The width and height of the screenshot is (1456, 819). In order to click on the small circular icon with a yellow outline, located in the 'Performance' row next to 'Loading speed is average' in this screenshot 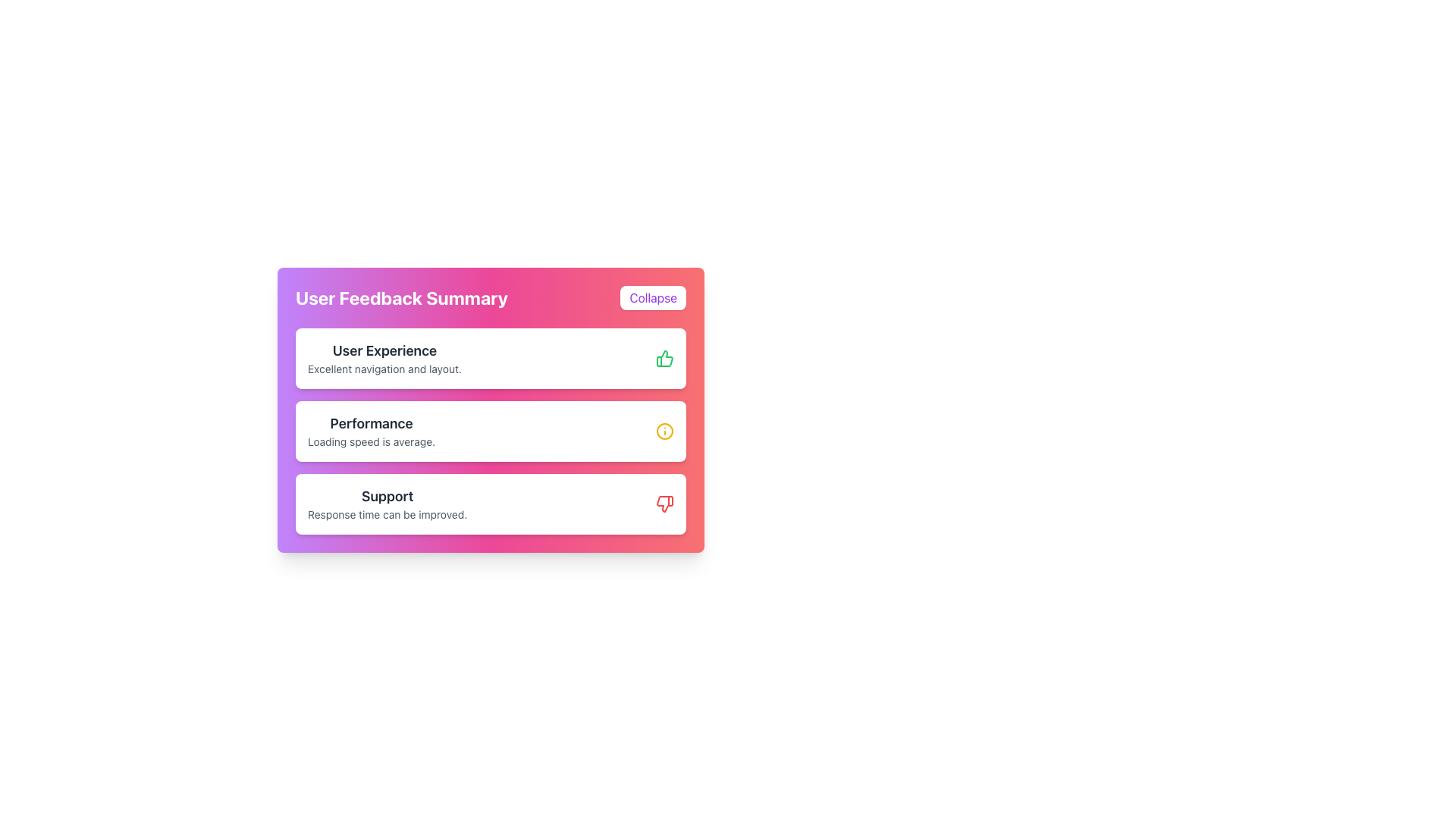, I will do `click(665, 431)`.